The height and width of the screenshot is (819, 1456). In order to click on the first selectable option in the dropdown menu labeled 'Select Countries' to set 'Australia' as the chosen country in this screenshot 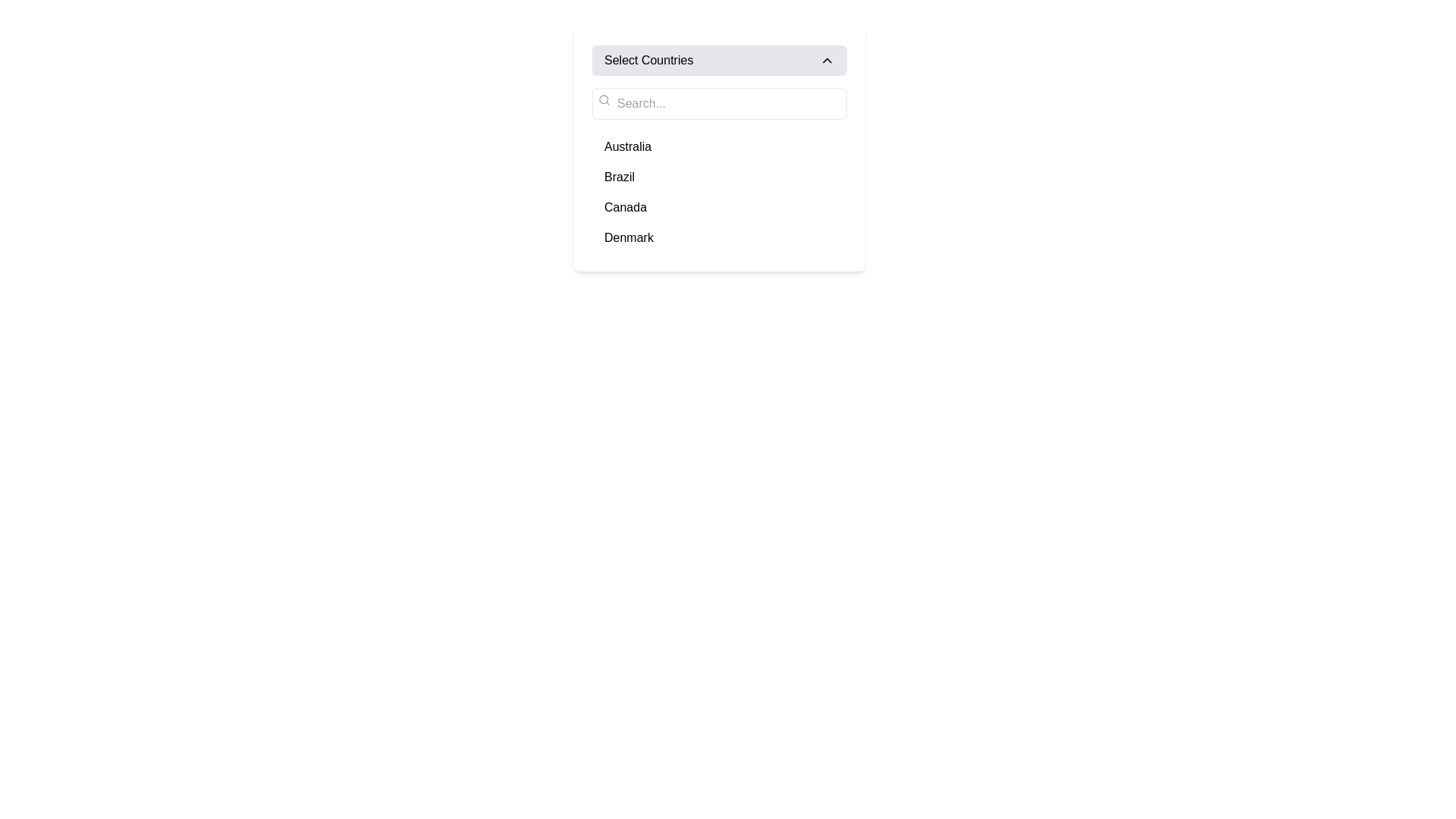, I will do `click(628, 146)`.